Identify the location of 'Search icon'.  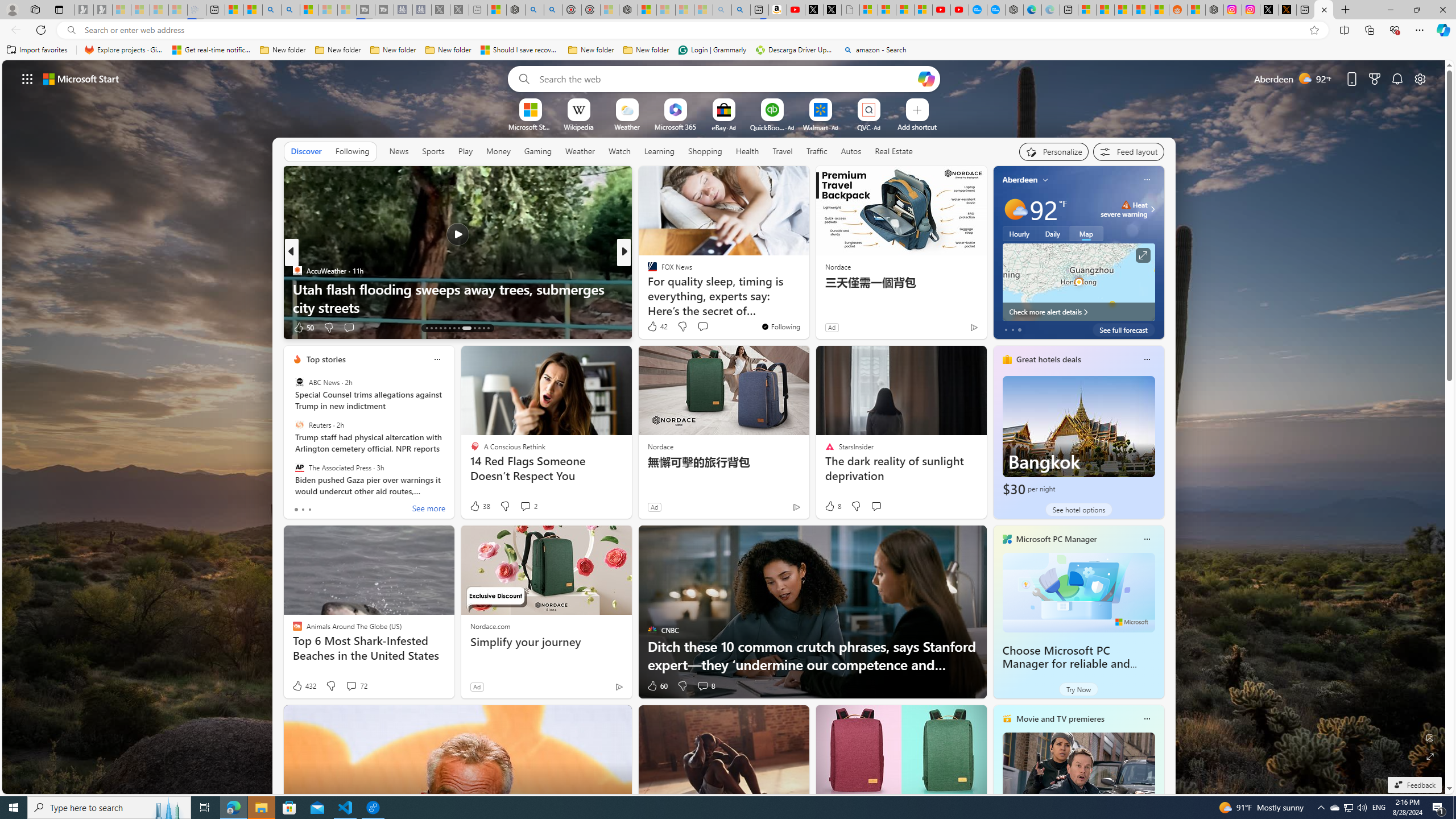
(71, 30).